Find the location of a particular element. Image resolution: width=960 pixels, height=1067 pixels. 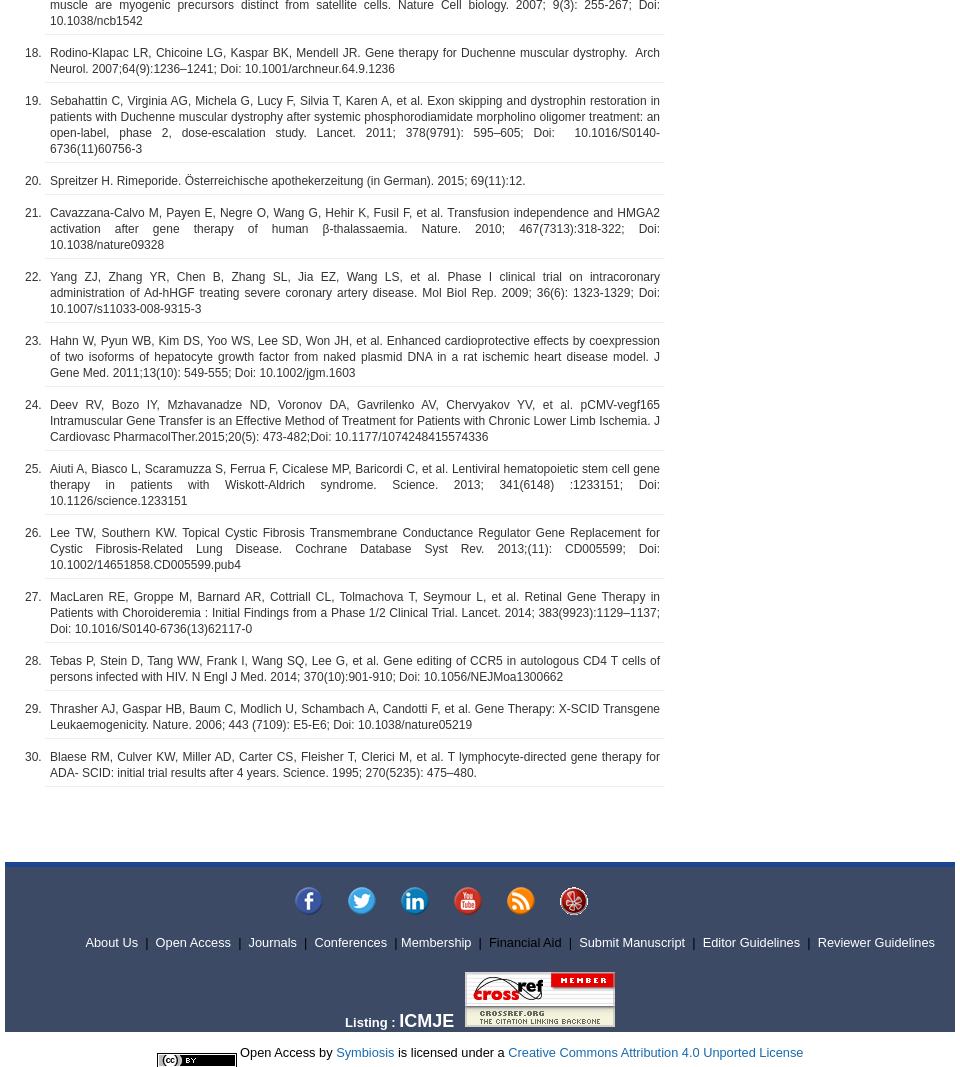

'Yang ZJ, Zhang  YR, Chen B, Zhang SL, Jia EZ, Wang LS, et al. Phase I clinical  trial on intracoronary administration of Ad-hHGF treating severe coronary  artery disease. Mol Biol Rep. 2009; 36(6): 1323-1329; Doi: 10.1007/s11033-008-9315-3' is located at coordinates (355, 292).